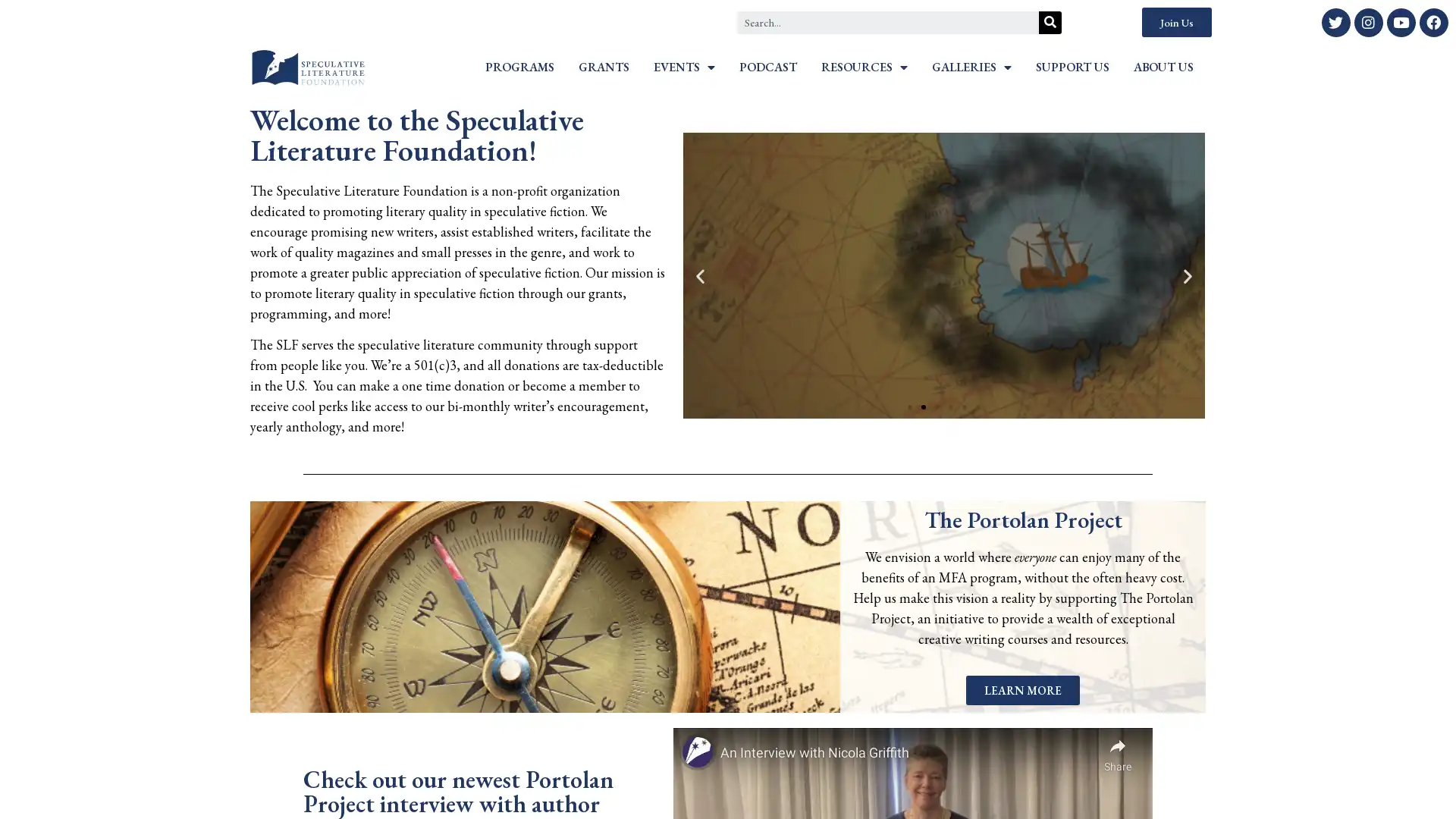  What do you see at coordinates (964, 406) in the screenshot?
I see `Go to slide 5` at bounding box center [964, 406].